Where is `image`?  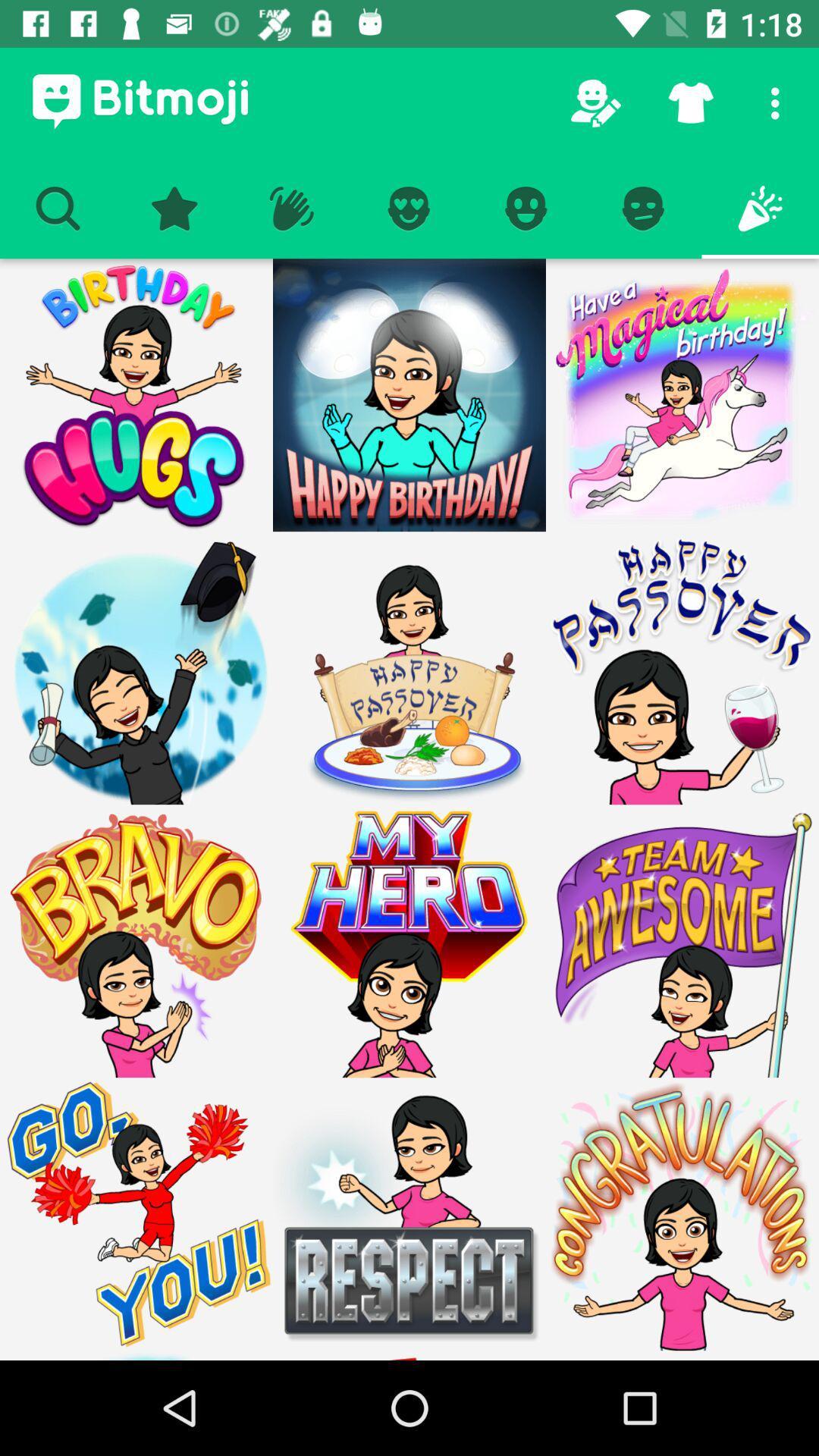
image is located at coordinates (409, 667).